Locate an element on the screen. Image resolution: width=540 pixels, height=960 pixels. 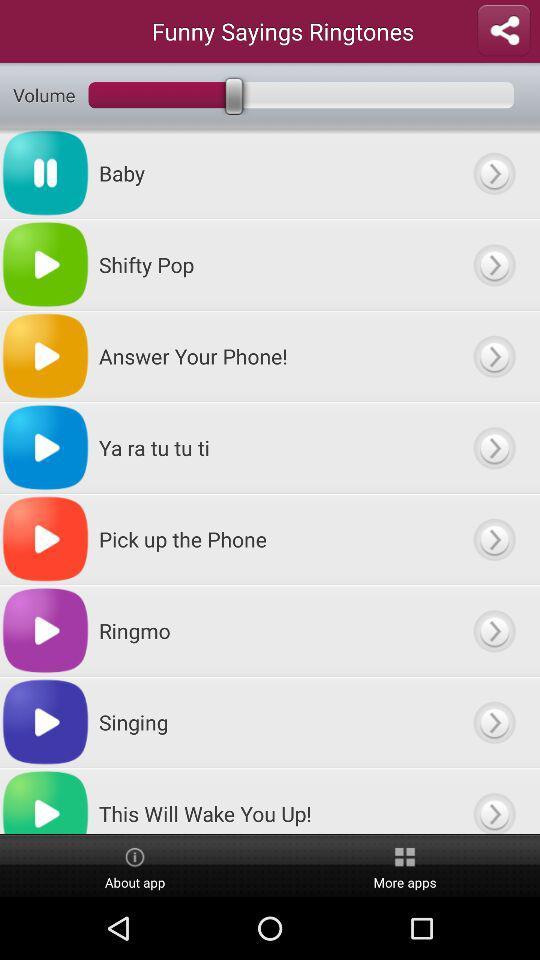
option is located at coordinates (493, 172).